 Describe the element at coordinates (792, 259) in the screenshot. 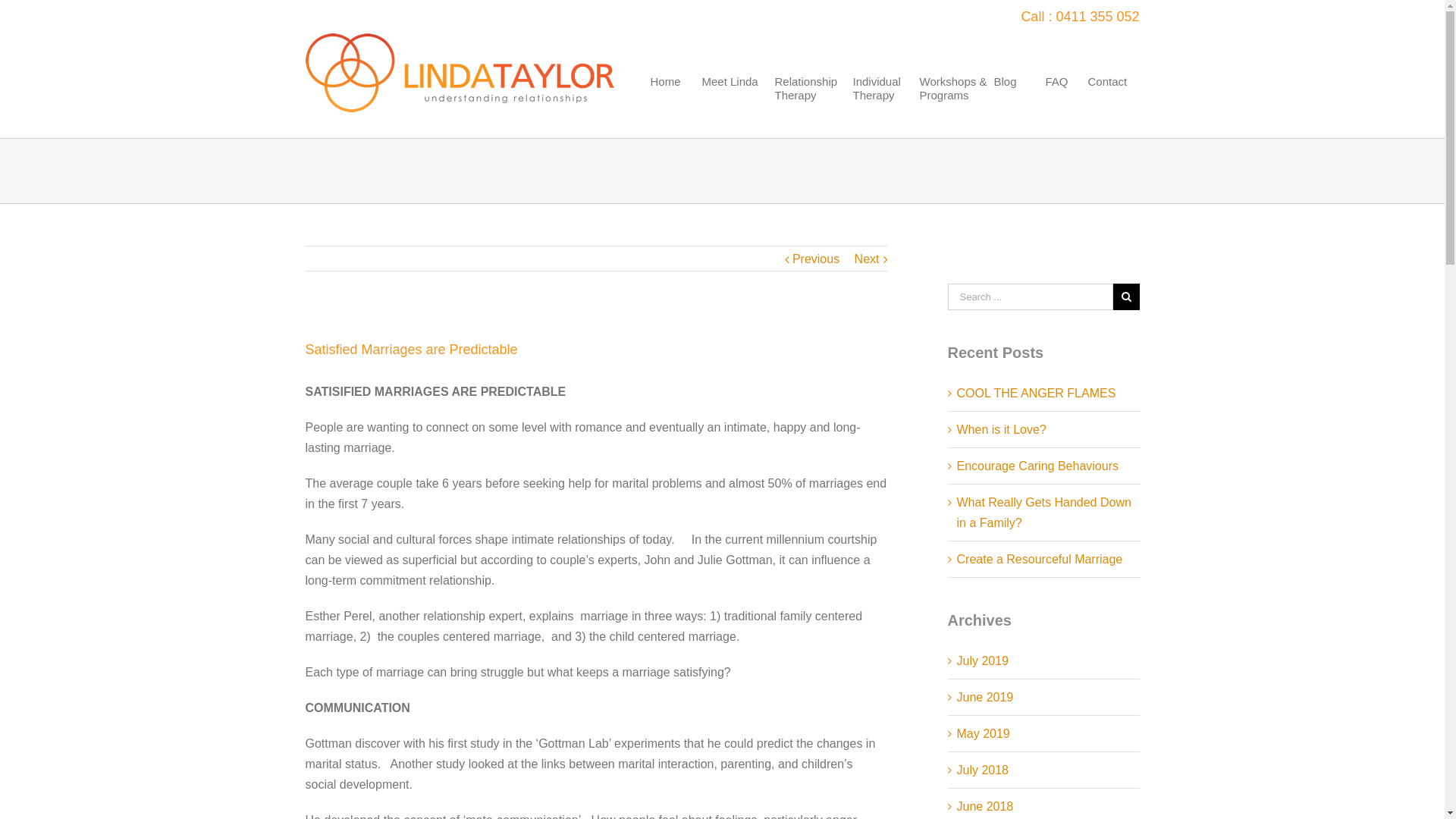

I see `'Previous'` at that location.